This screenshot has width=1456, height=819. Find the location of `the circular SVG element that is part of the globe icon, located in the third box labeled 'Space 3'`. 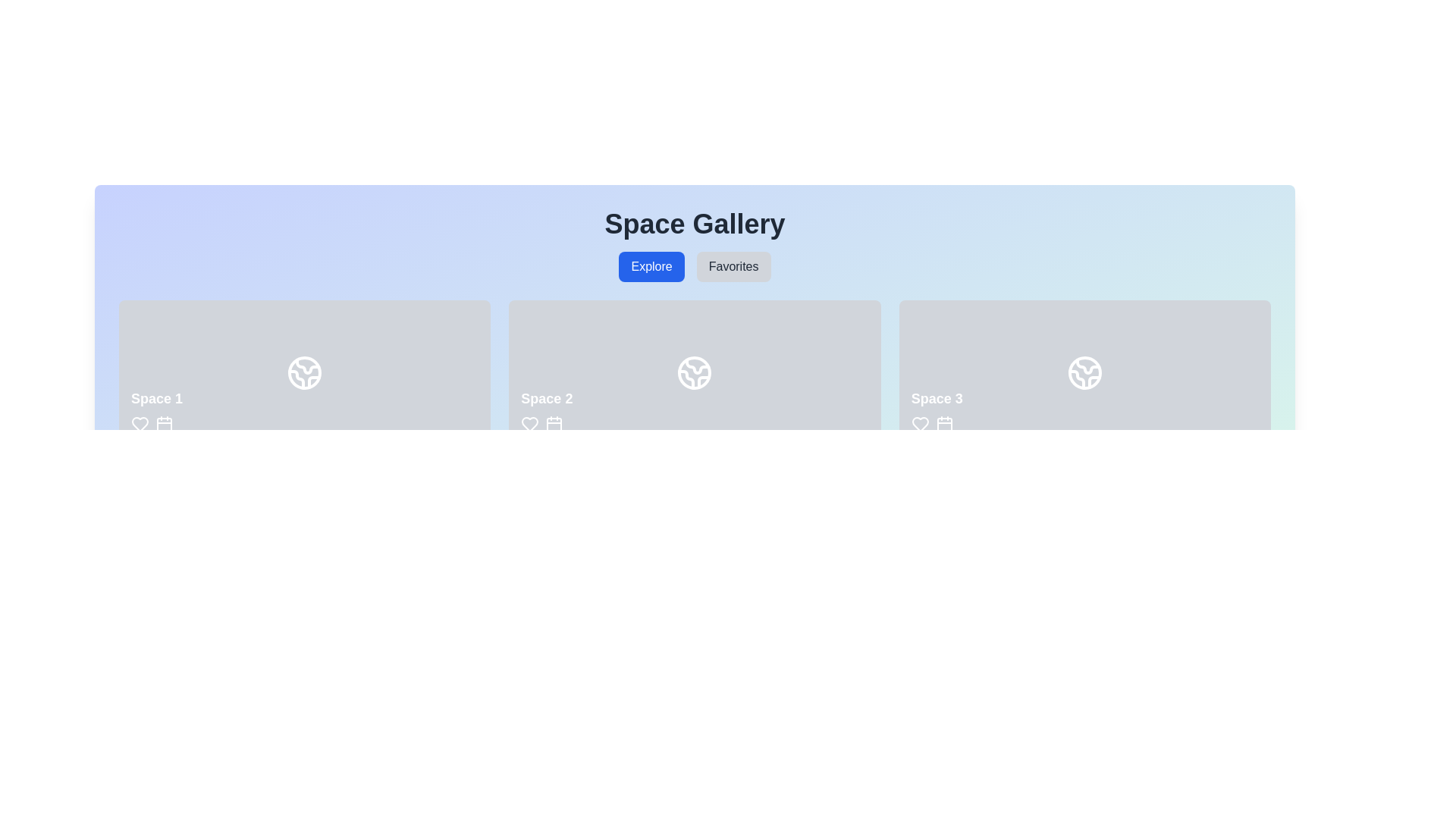

the circular SVG element that is part of the globe icon, located in the third box labeled 'Space 3' is located at coordinates (1084, 373).